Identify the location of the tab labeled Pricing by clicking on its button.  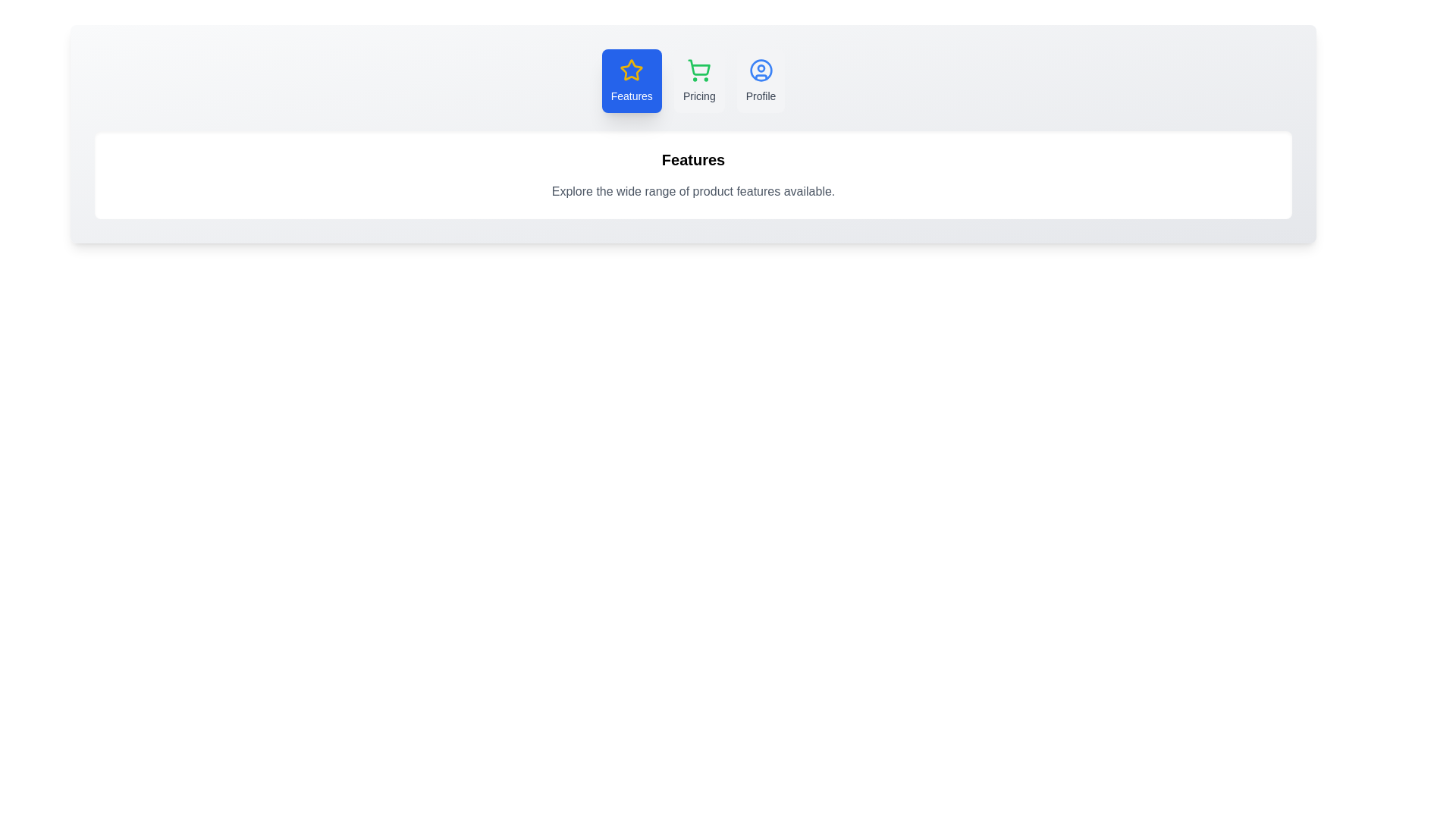
(698, 81).